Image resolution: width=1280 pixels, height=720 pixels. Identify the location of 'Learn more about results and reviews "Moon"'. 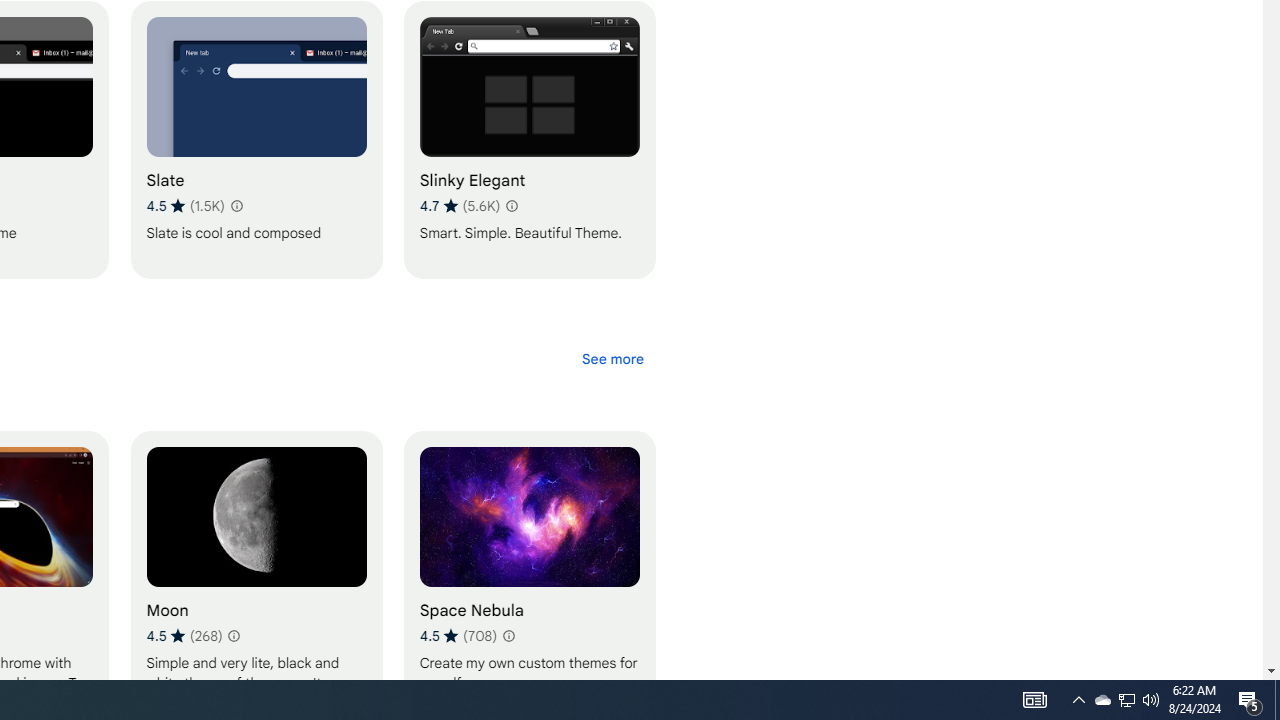
(233, 636).